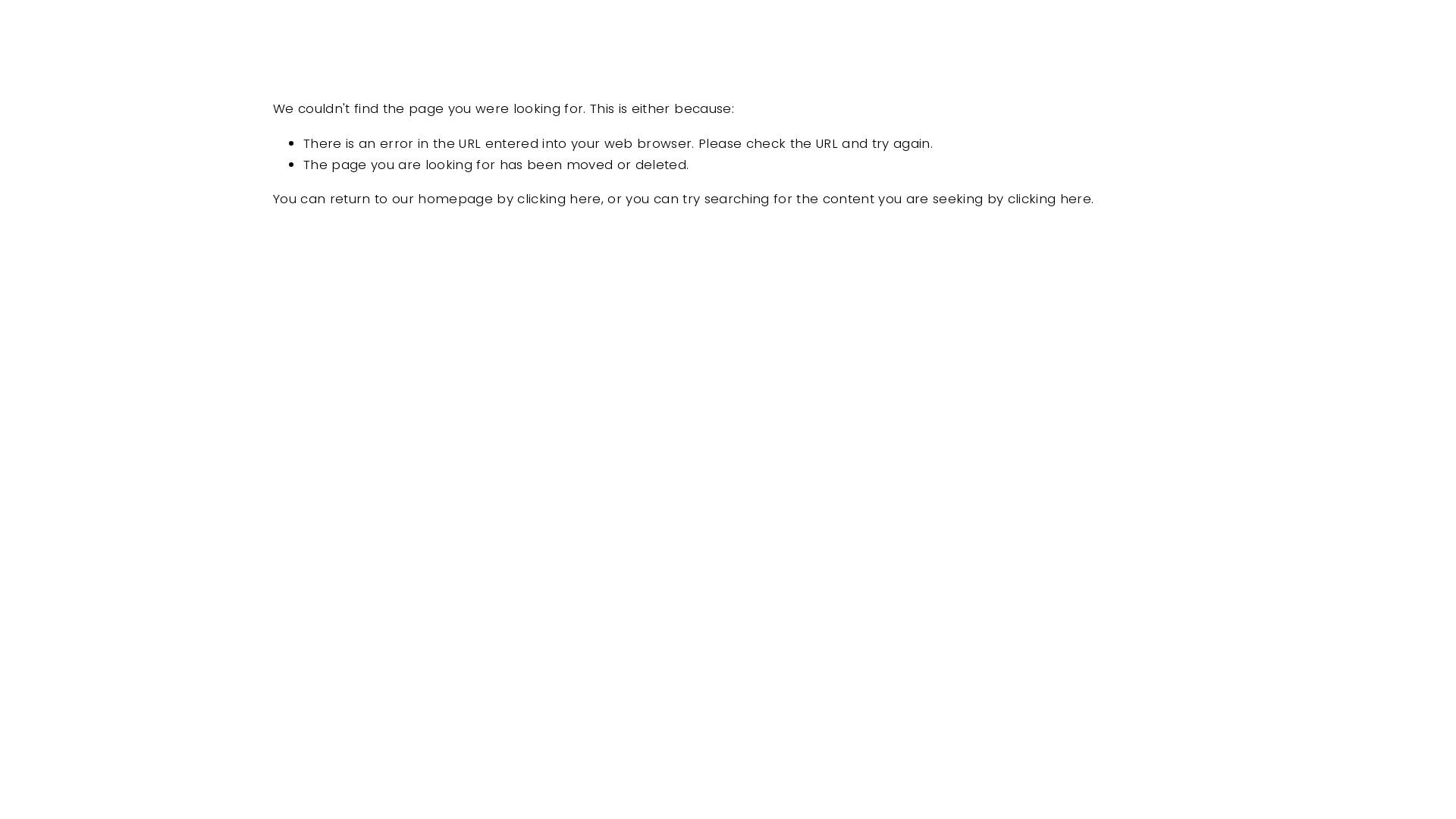  What do you see at coordinates (1008, 198) in the screenshot?
I see `'clicking here'` at bounding box center [1008, 198].